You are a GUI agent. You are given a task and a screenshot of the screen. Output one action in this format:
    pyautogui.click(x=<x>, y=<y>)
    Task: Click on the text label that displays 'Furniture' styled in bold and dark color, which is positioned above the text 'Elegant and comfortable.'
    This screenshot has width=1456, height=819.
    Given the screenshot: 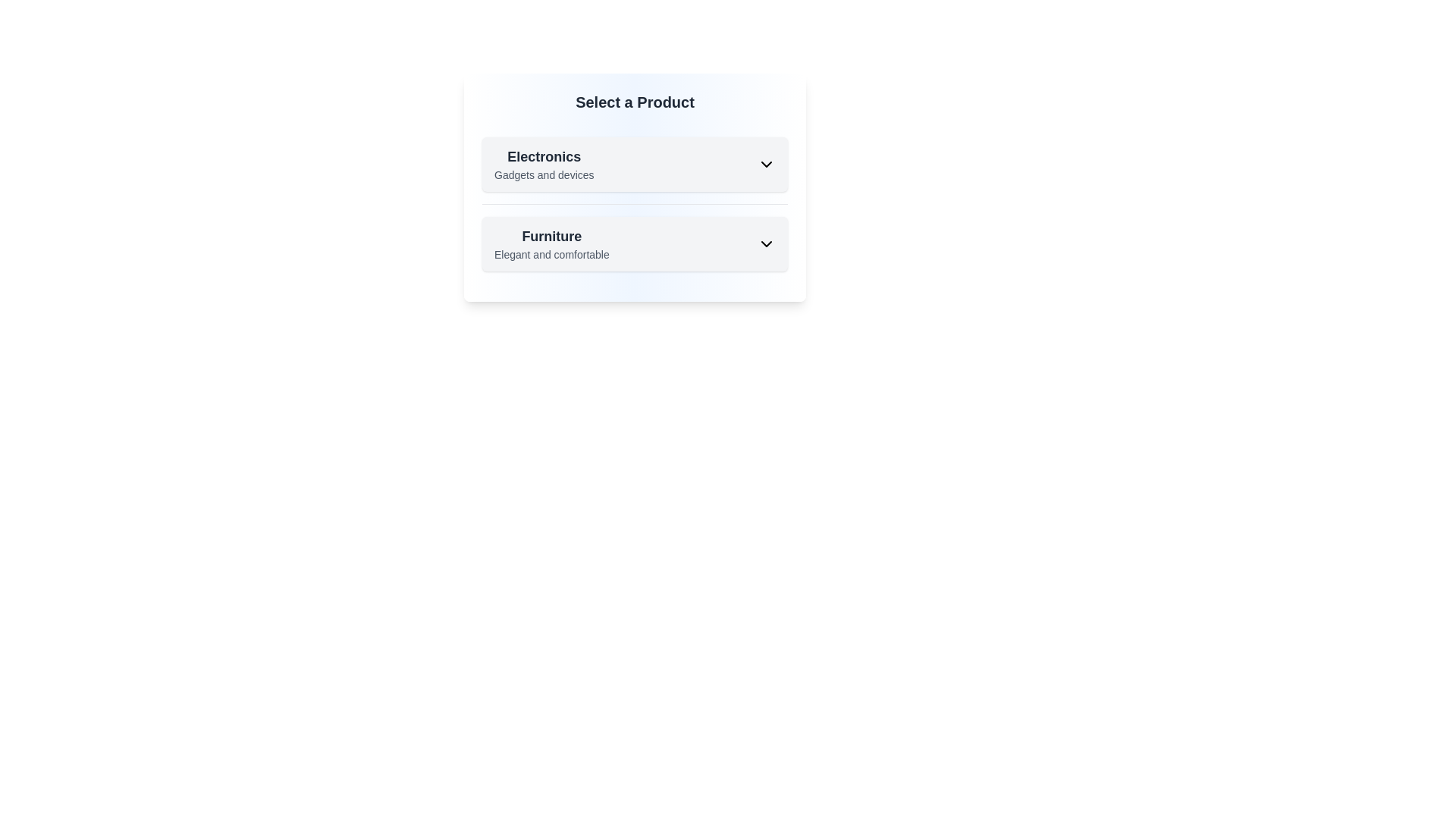 What is the action you would take?
    pyautogui.click(x=551, y=237)
    